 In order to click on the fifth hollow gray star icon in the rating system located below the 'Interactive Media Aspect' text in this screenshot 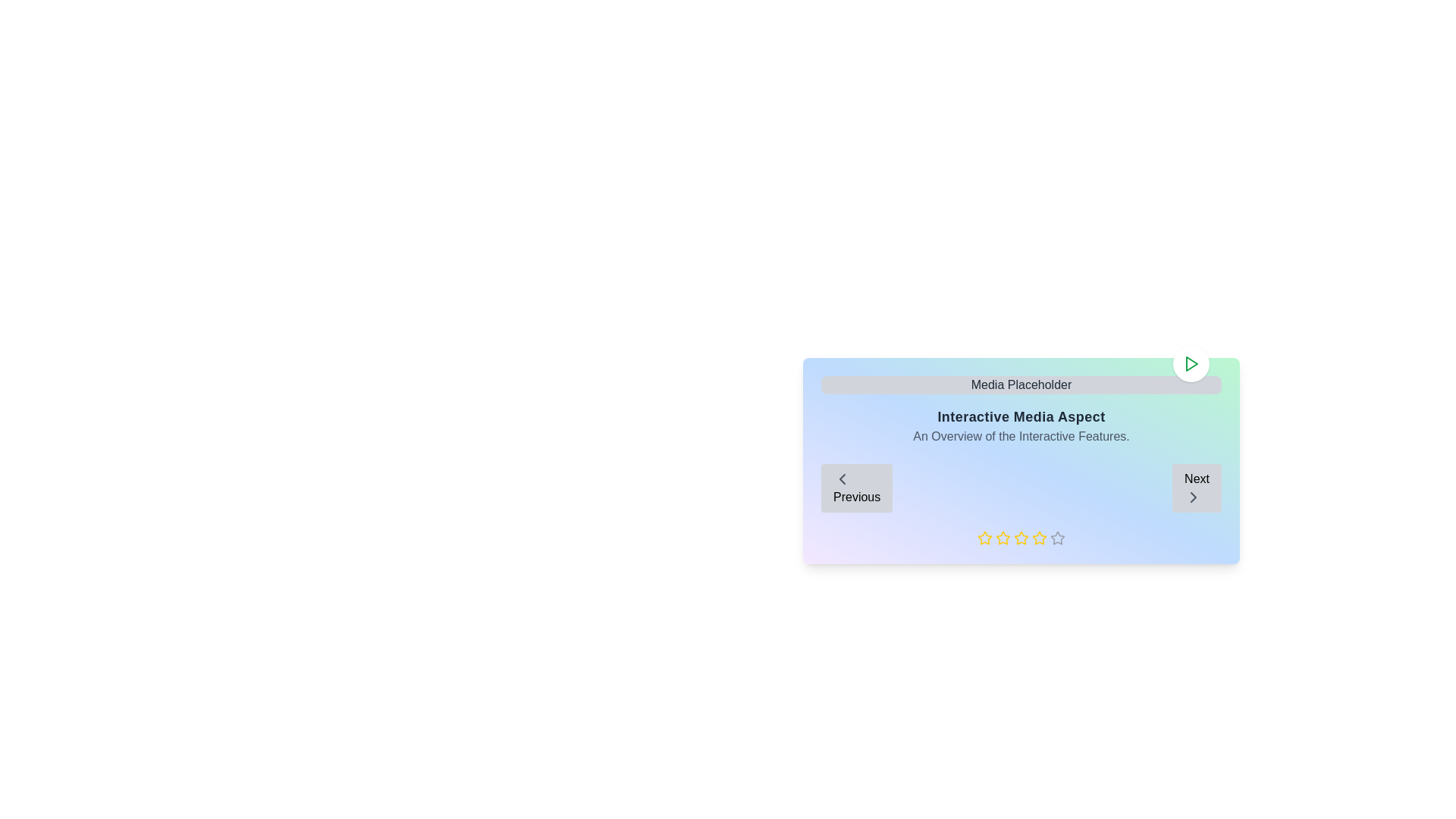, I will do `click(1057, 537)`.